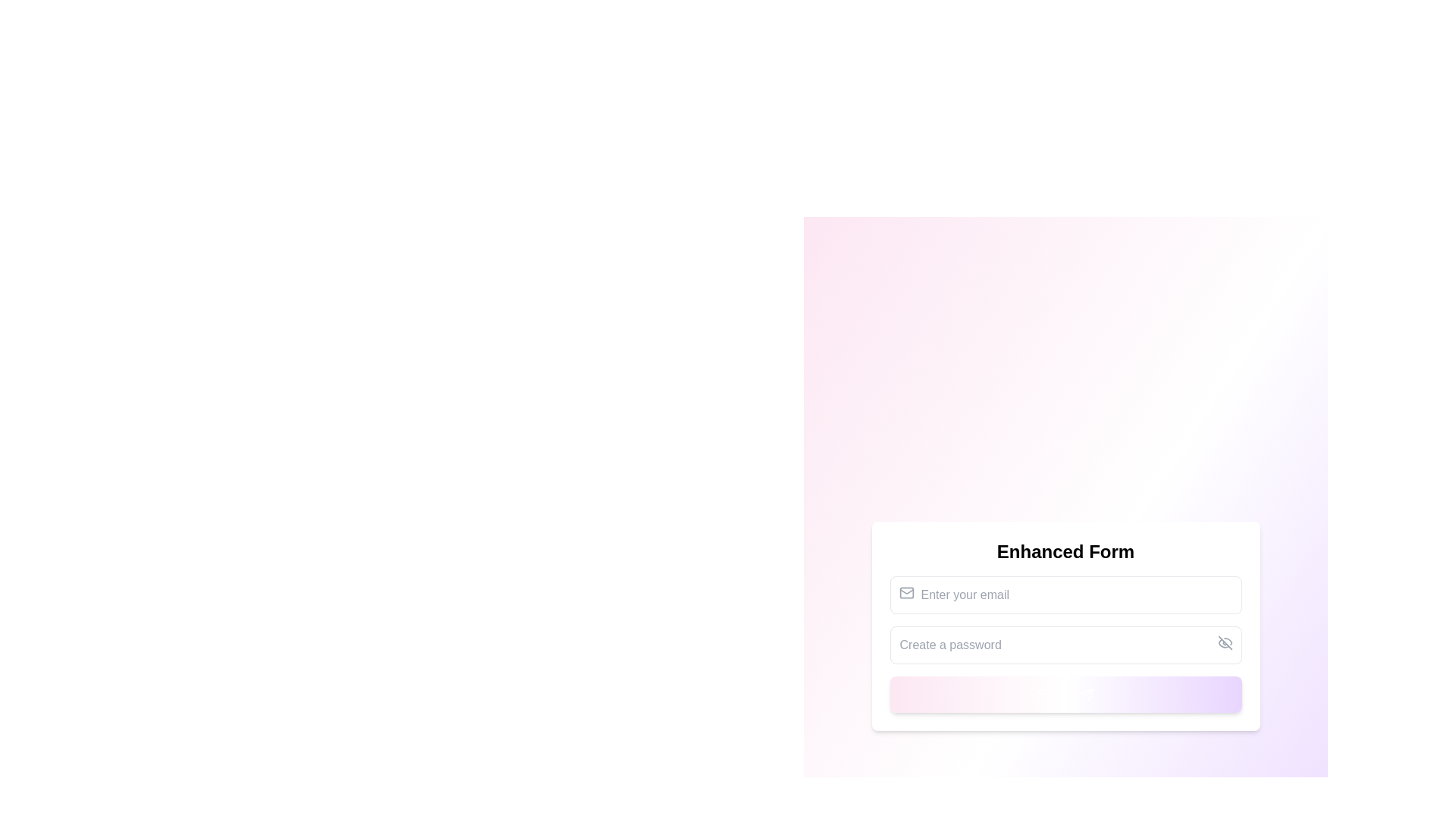  I want to click on the Text Header at the top of the form, which serves as the title or heading indicating the purpose of the form, so click(1065, 552).